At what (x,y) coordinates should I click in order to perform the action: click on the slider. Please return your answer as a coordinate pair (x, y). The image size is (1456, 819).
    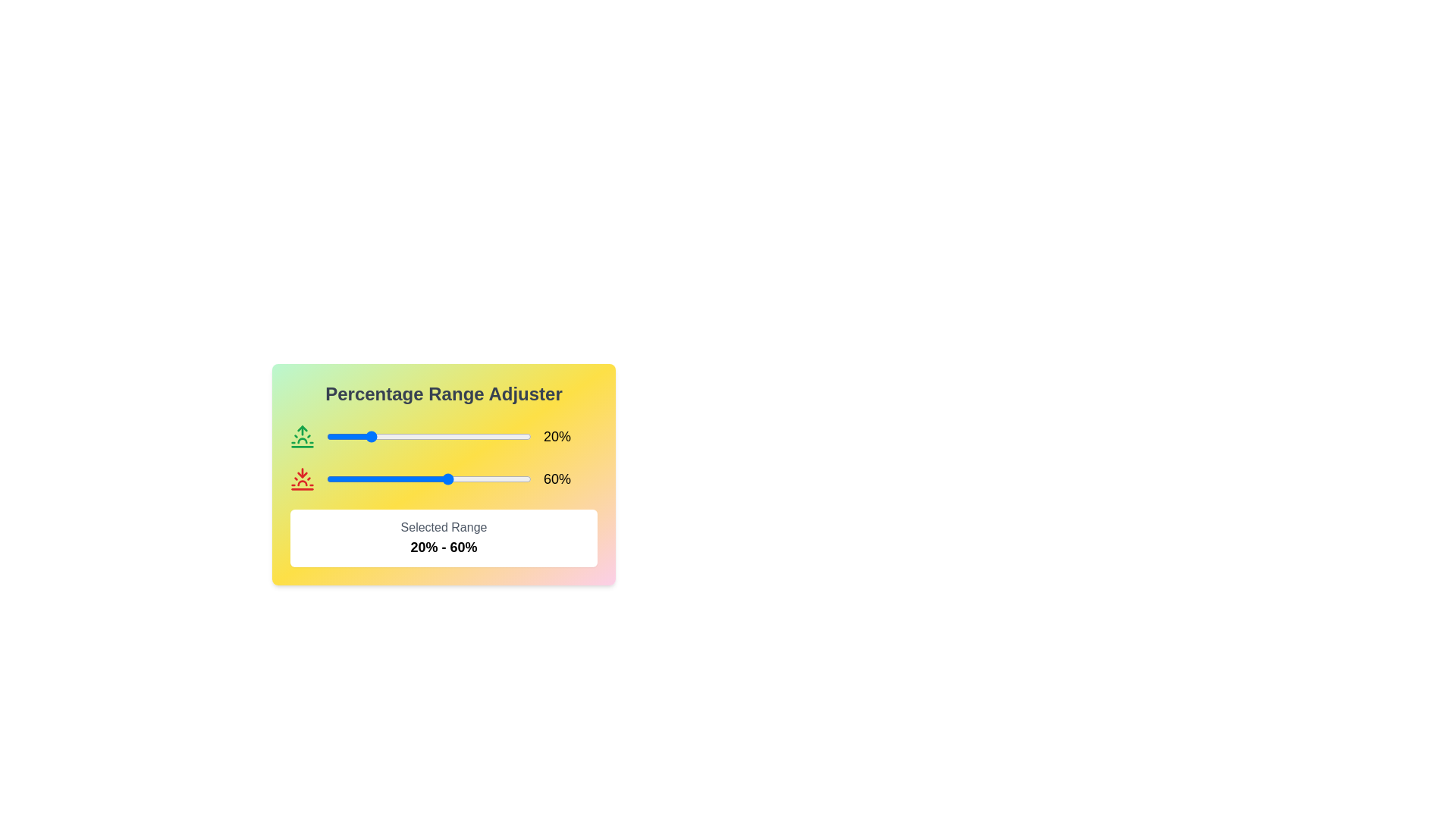
    Looking at the image, I should click on (369, 436).